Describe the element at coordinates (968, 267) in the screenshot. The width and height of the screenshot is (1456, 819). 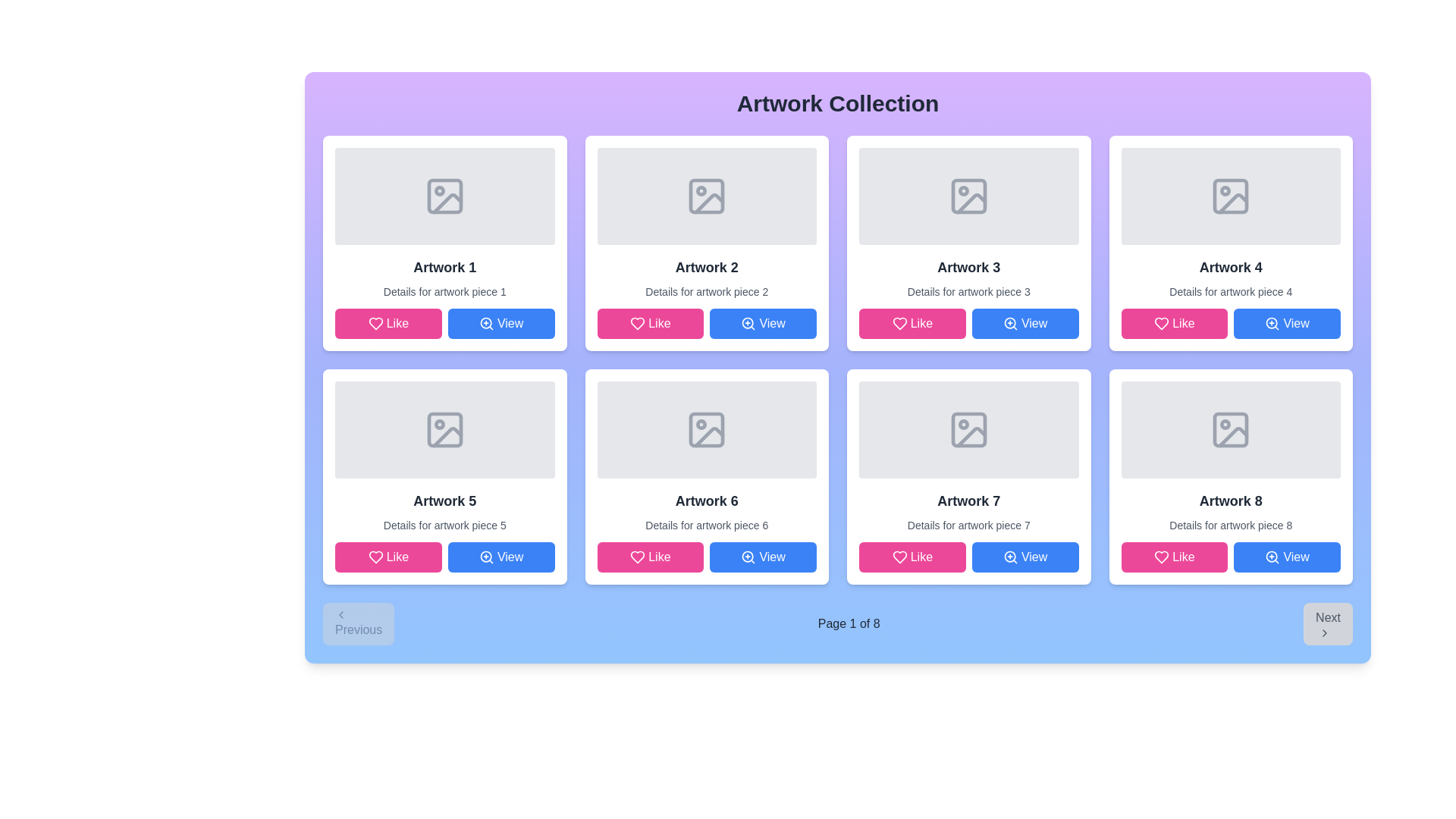
I see `the bold text label reading 'Artwork 3' located at the top of the third card in the first row of a grid of artwork items` at that location.